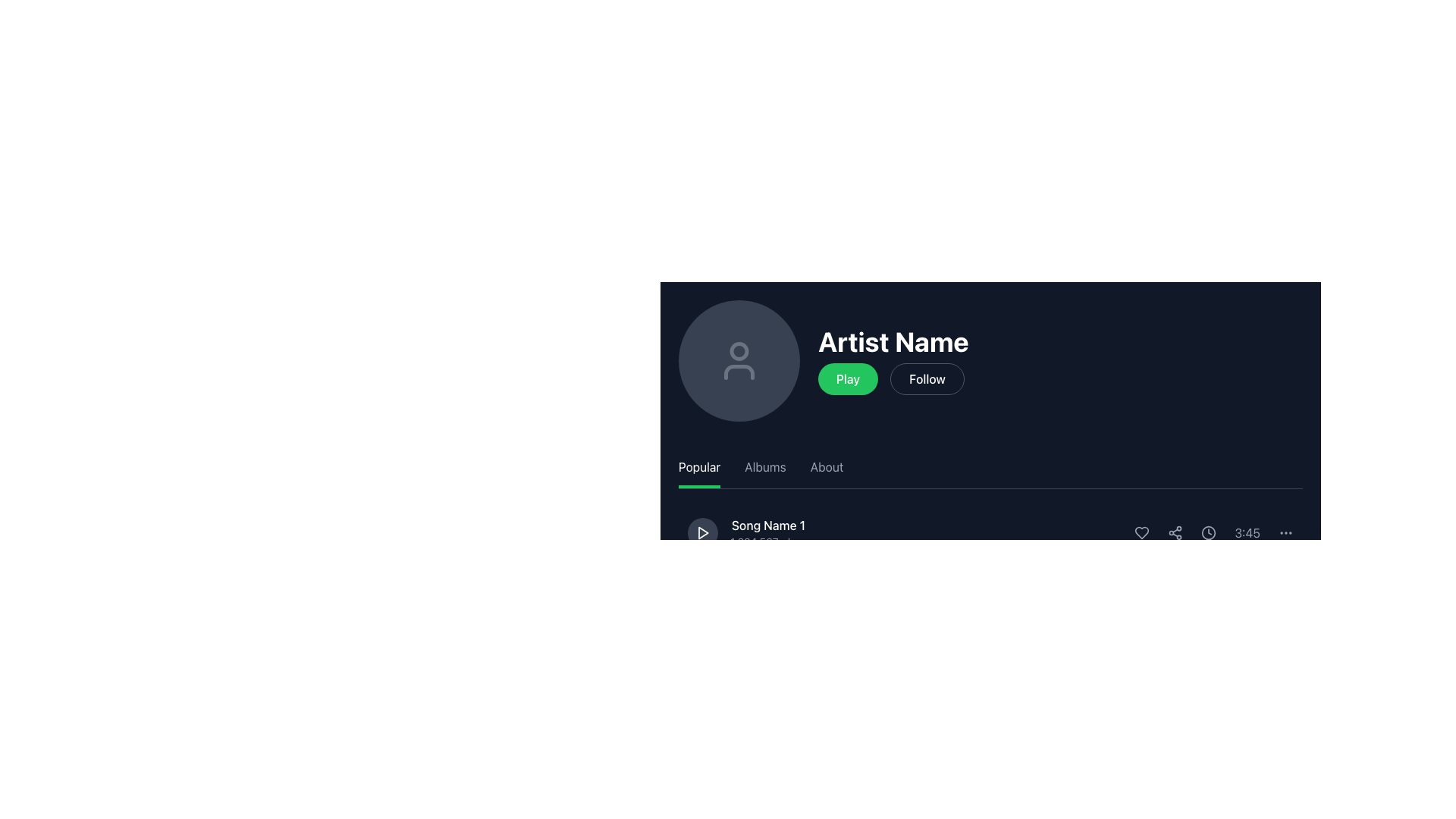 This screenshot has height=819, width=1456. I want to click on the informational text block displaying the song title and play count, located in the first song row under 'Popular' on the artist's page, so click(747, 532).